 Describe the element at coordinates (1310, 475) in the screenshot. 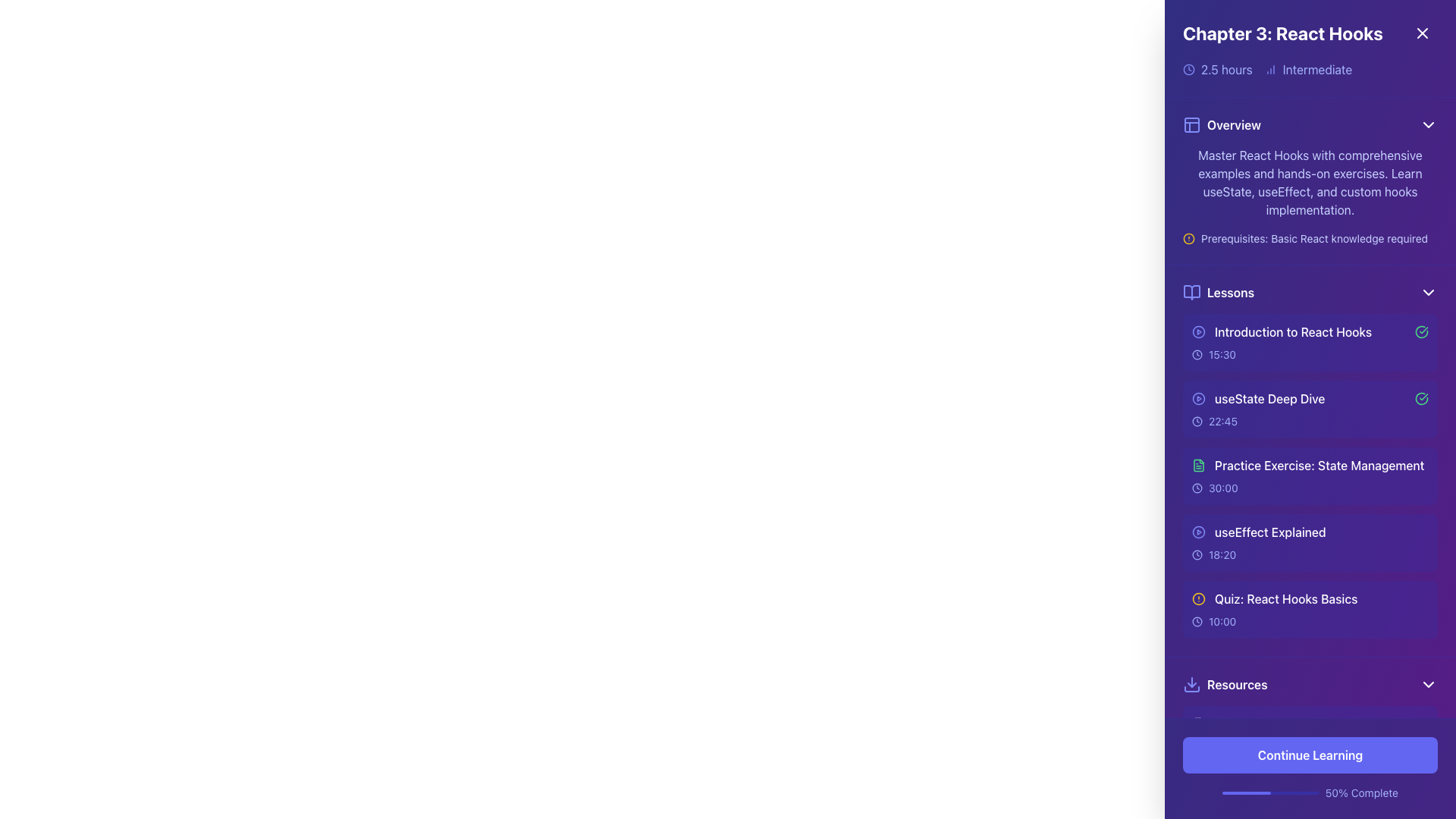

I see `the list item displaying the lesson titled 'Practice Exercise: State Management'` at that location.